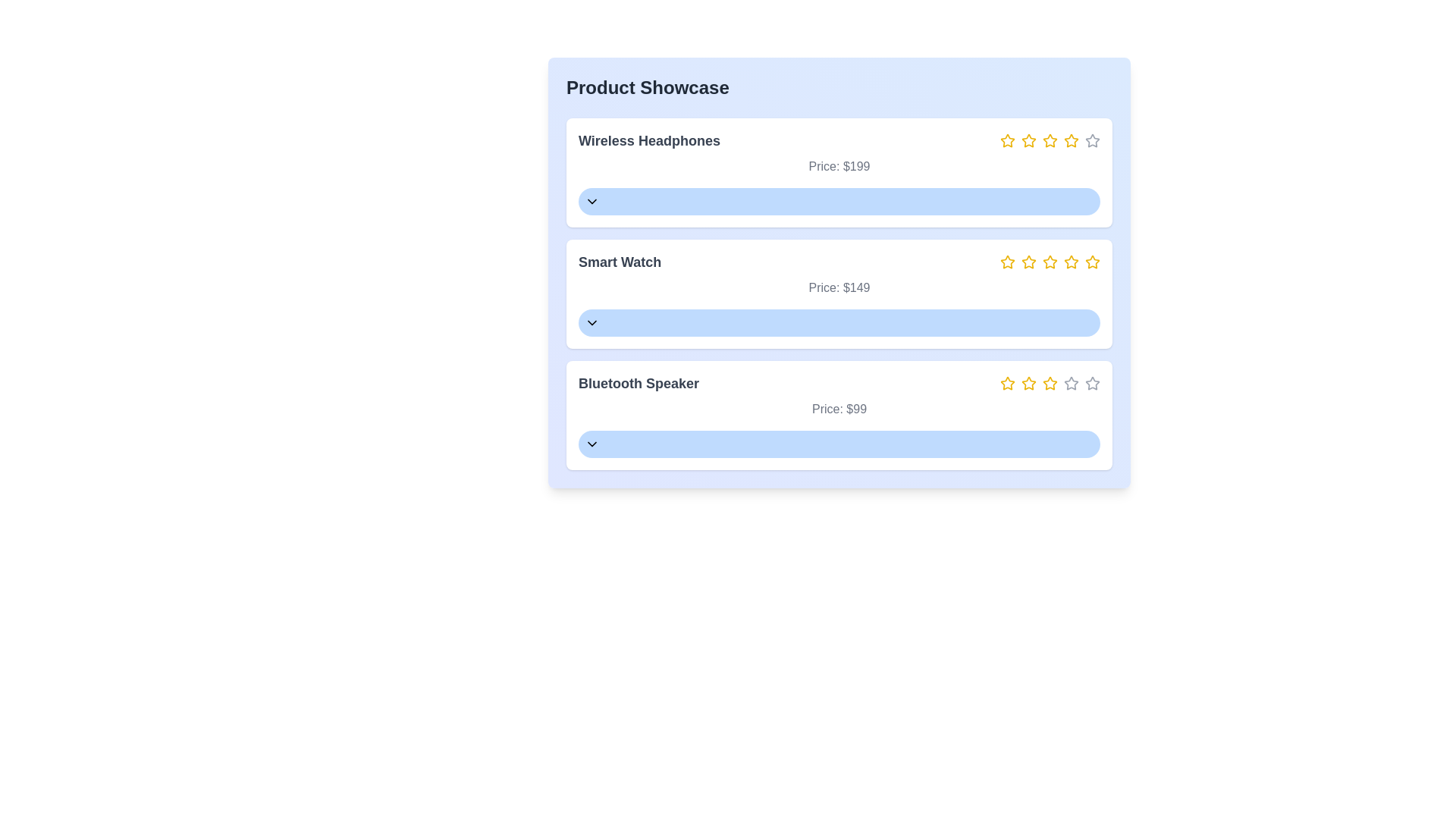  I want to click on the fourth star in the five-star rating system for the 'Smart Watch', so click(1050, 261).